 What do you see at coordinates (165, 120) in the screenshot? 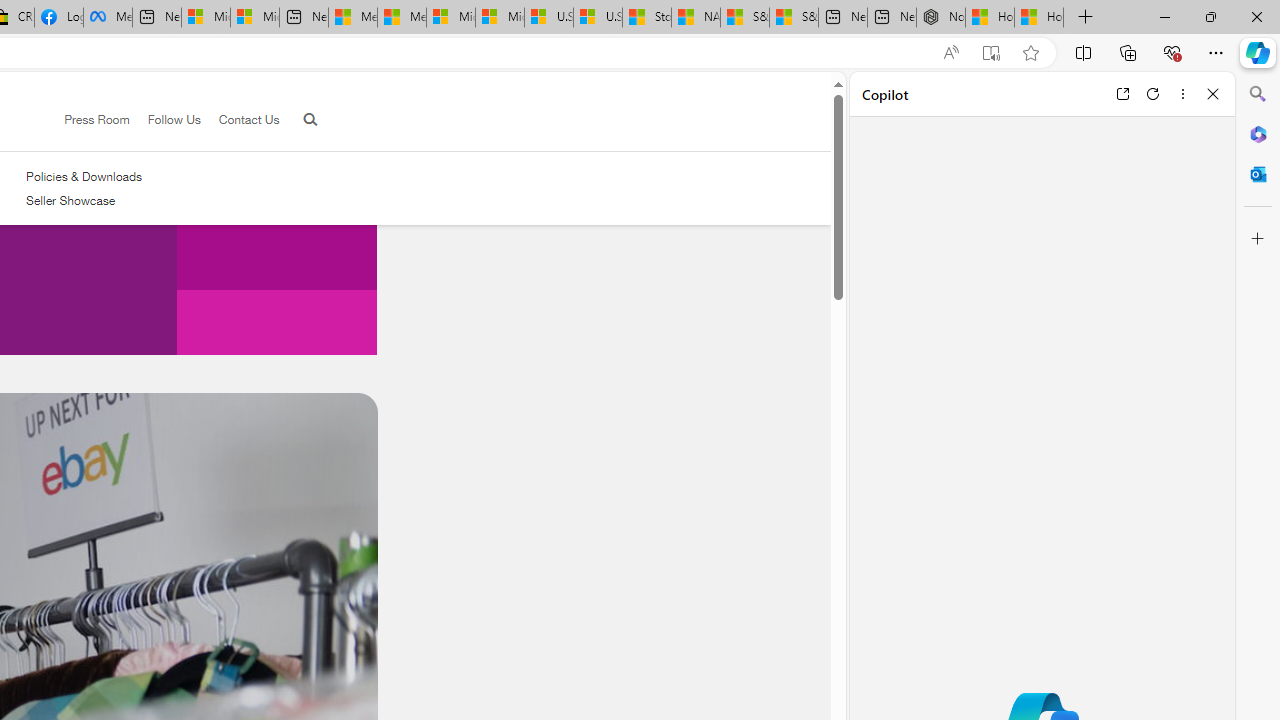
I see `'Follow Us'` at bounding box center [165, 120].